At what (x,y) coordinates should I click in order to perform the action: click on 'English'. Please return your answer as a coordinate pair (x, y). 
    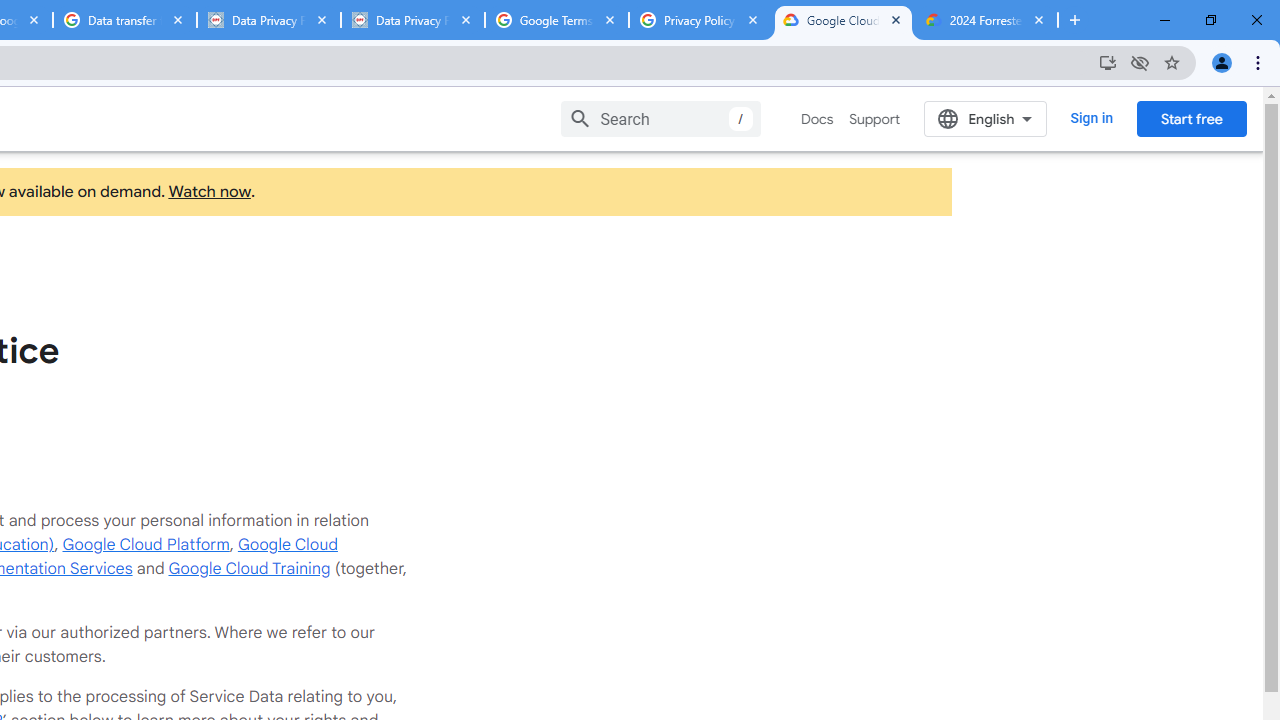
    Looking at the image, I should click on (985, 118).